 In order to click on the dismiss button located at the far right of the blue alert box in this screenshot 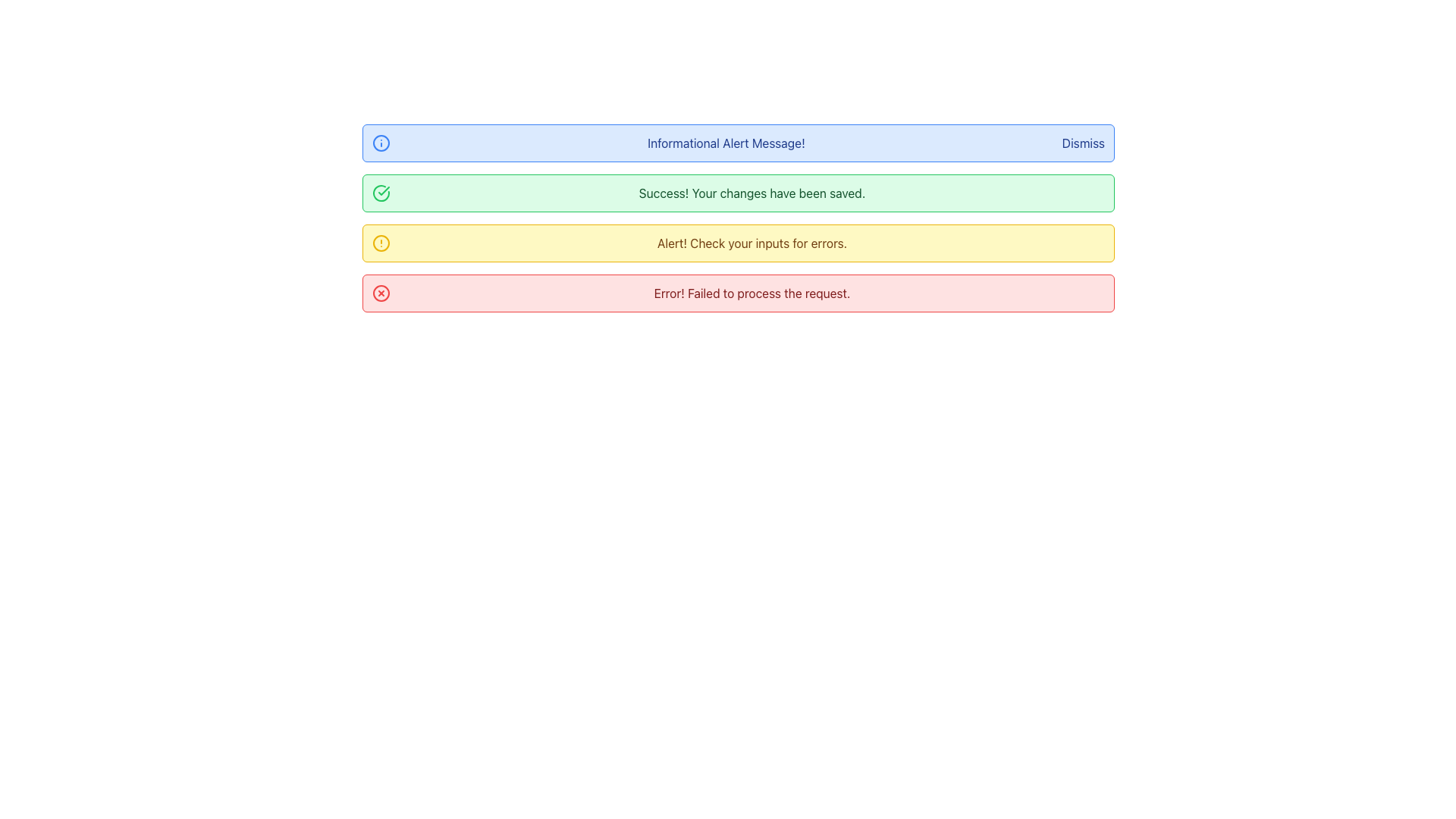, I will do `click(1082, 143)`.